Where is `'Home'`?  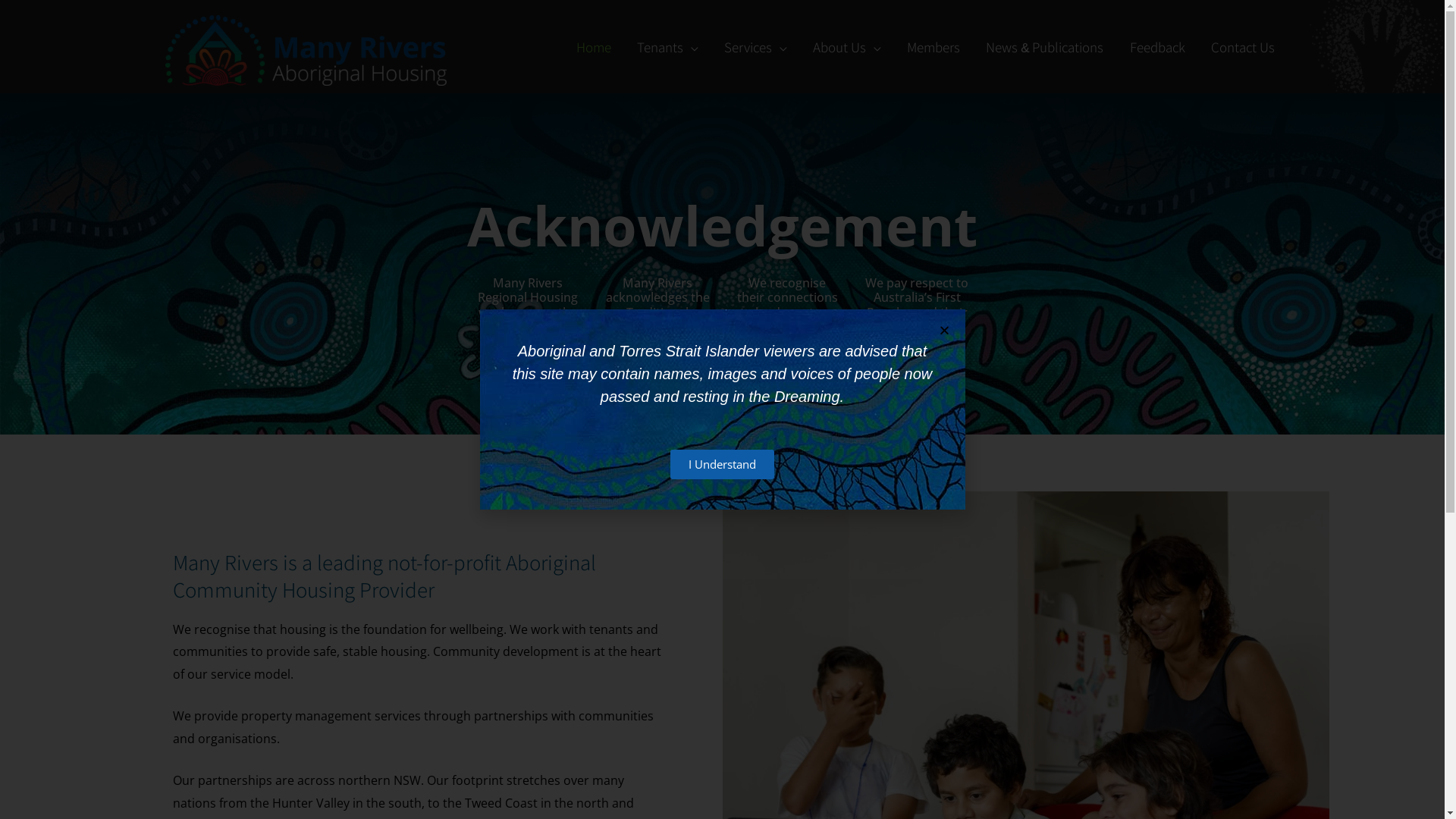 'Home' is located at coordinates (592, 45).